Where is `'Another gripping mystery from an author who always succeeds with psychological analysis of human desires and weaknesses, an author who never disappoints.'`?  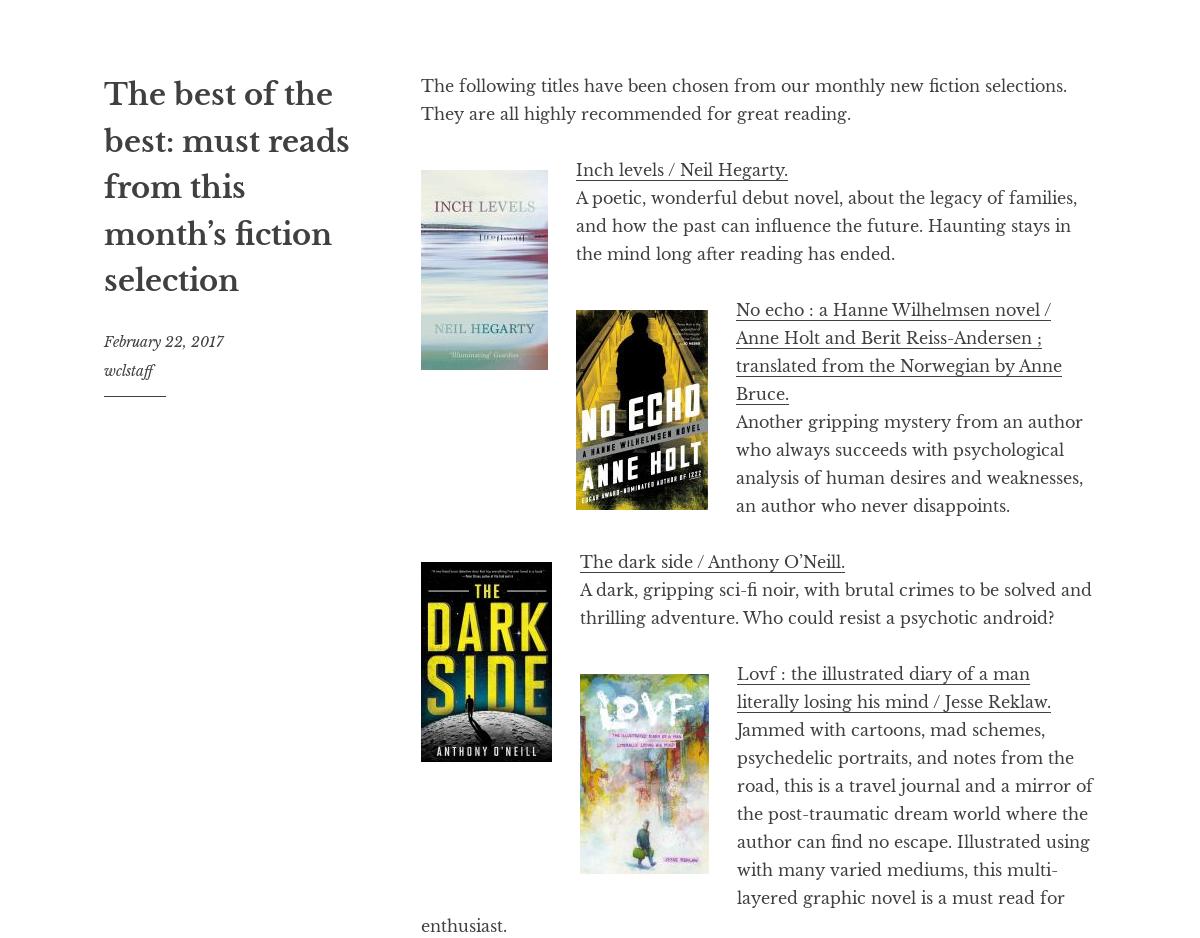
'Another gripping mystery from an author who always succeeds with psychological analysis of human desires and weaknesses, an author who never disappoints.' is located at coordinates (909, 463).